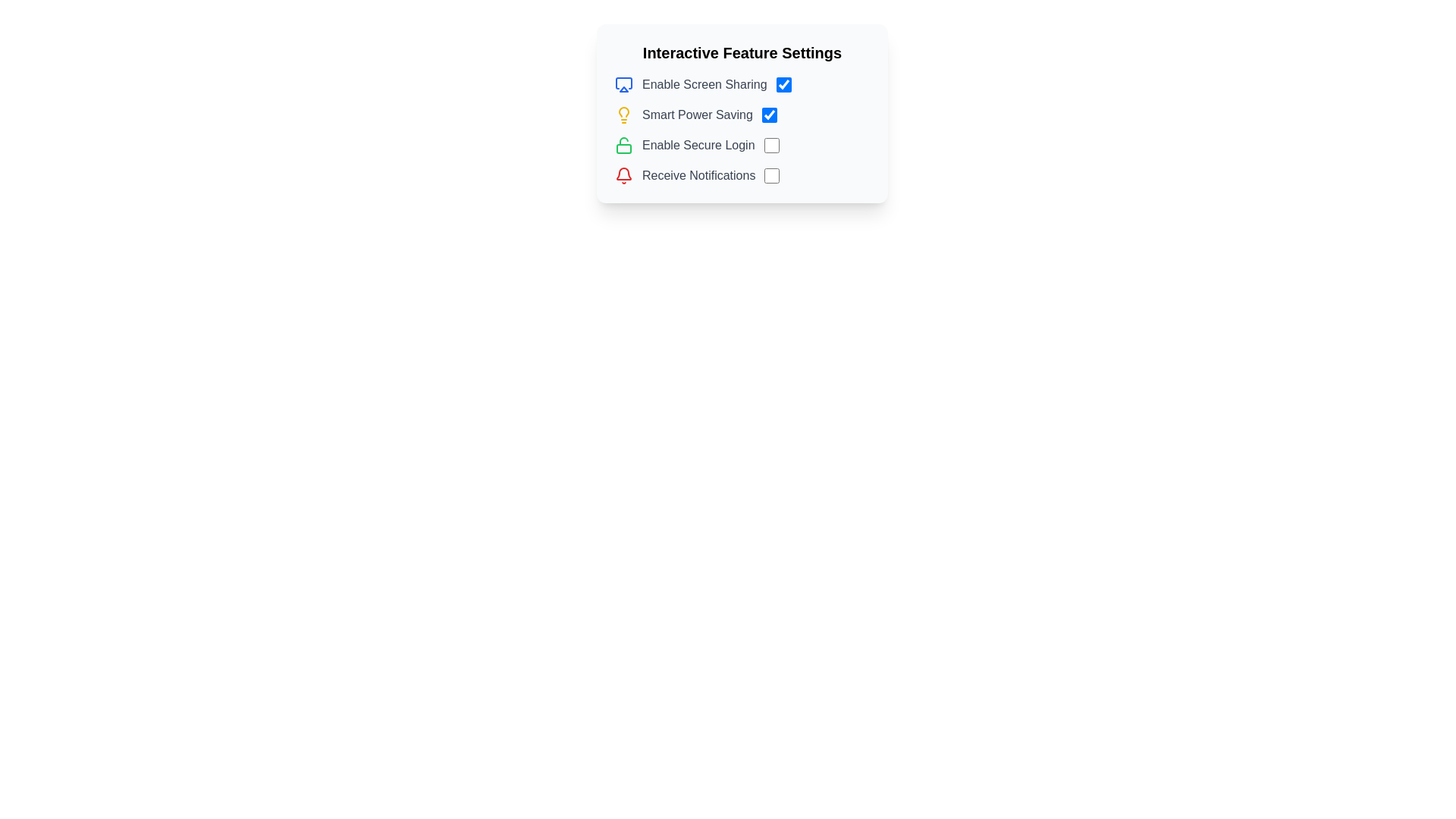 Image resolution: width=1456 pixels, height=819 pixels. Describe the element at coordinates (623, 174) in the screenshot. I see `the red-colored bell-shaped icon adjacent to the 'Receive Notifications' text in the settings options card` at that location.